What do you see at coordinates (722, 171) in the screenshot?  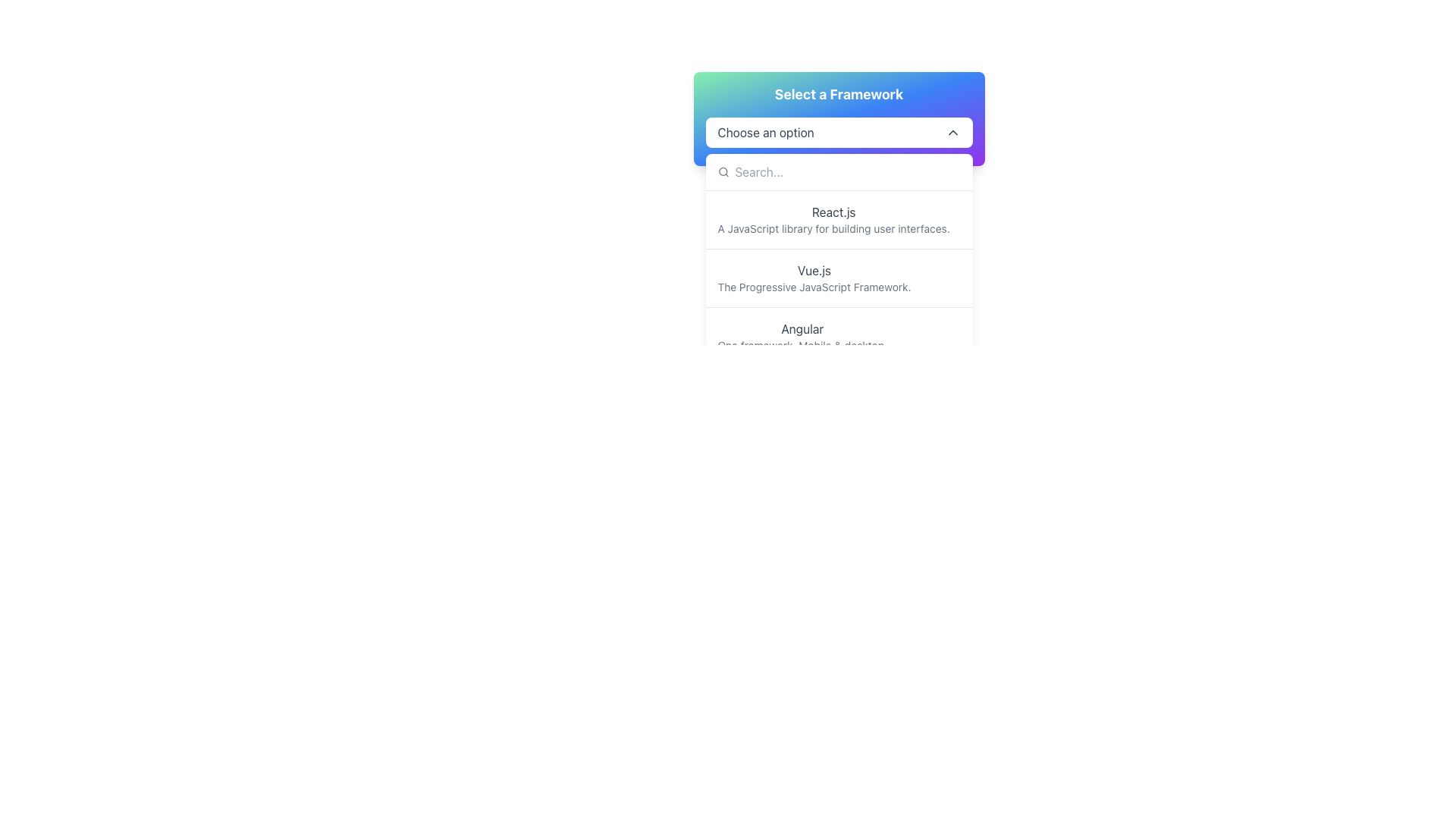 I see `the search icon, which is visually indicated to the user as a search function and is located to the left of the search input area with the placeholder text 'Search...'` at bounding box center [722, 171].